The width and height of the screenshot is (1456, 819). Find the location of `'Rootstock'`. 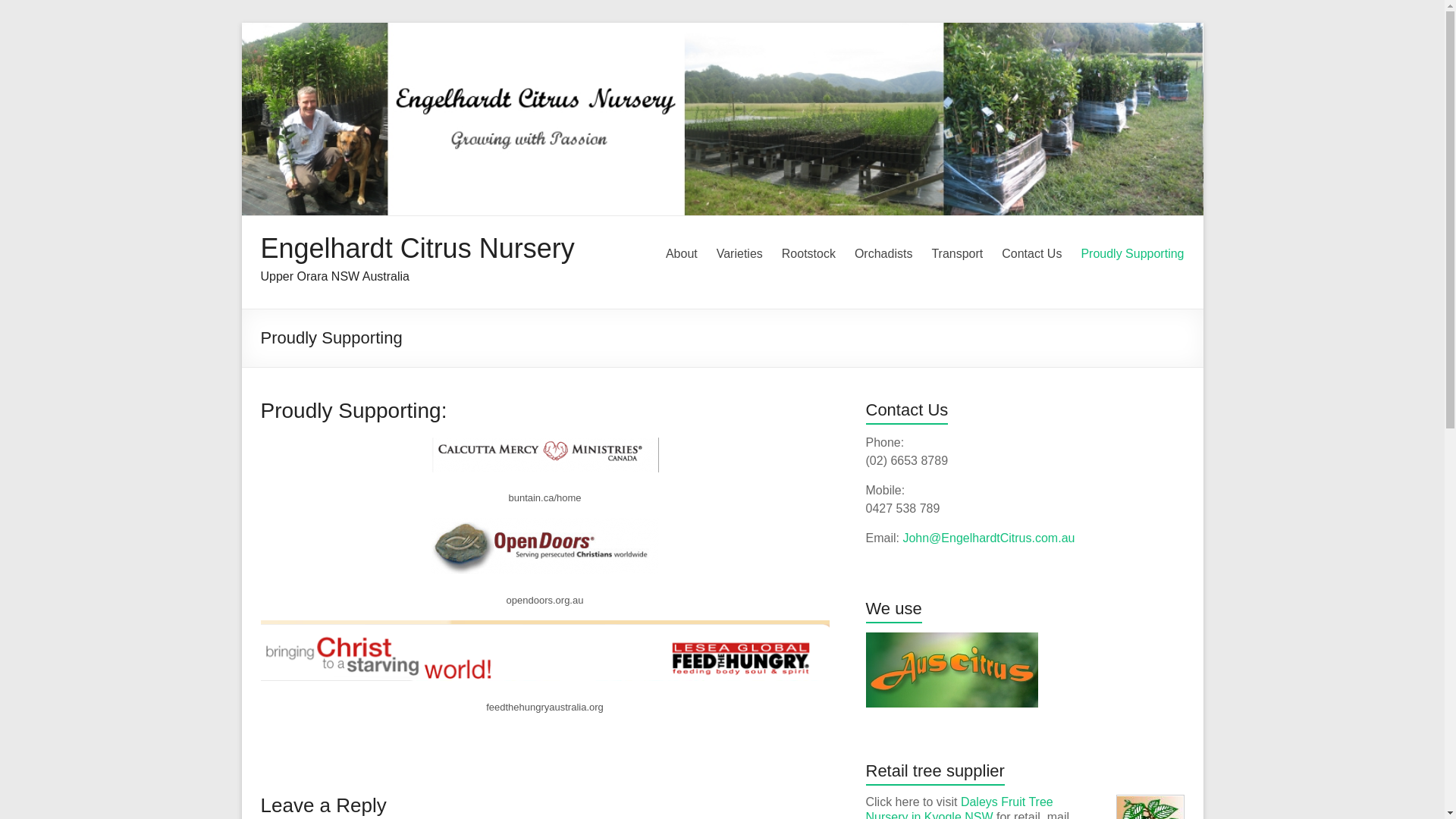

'Rootstock' is located at coordinates (808, 253).